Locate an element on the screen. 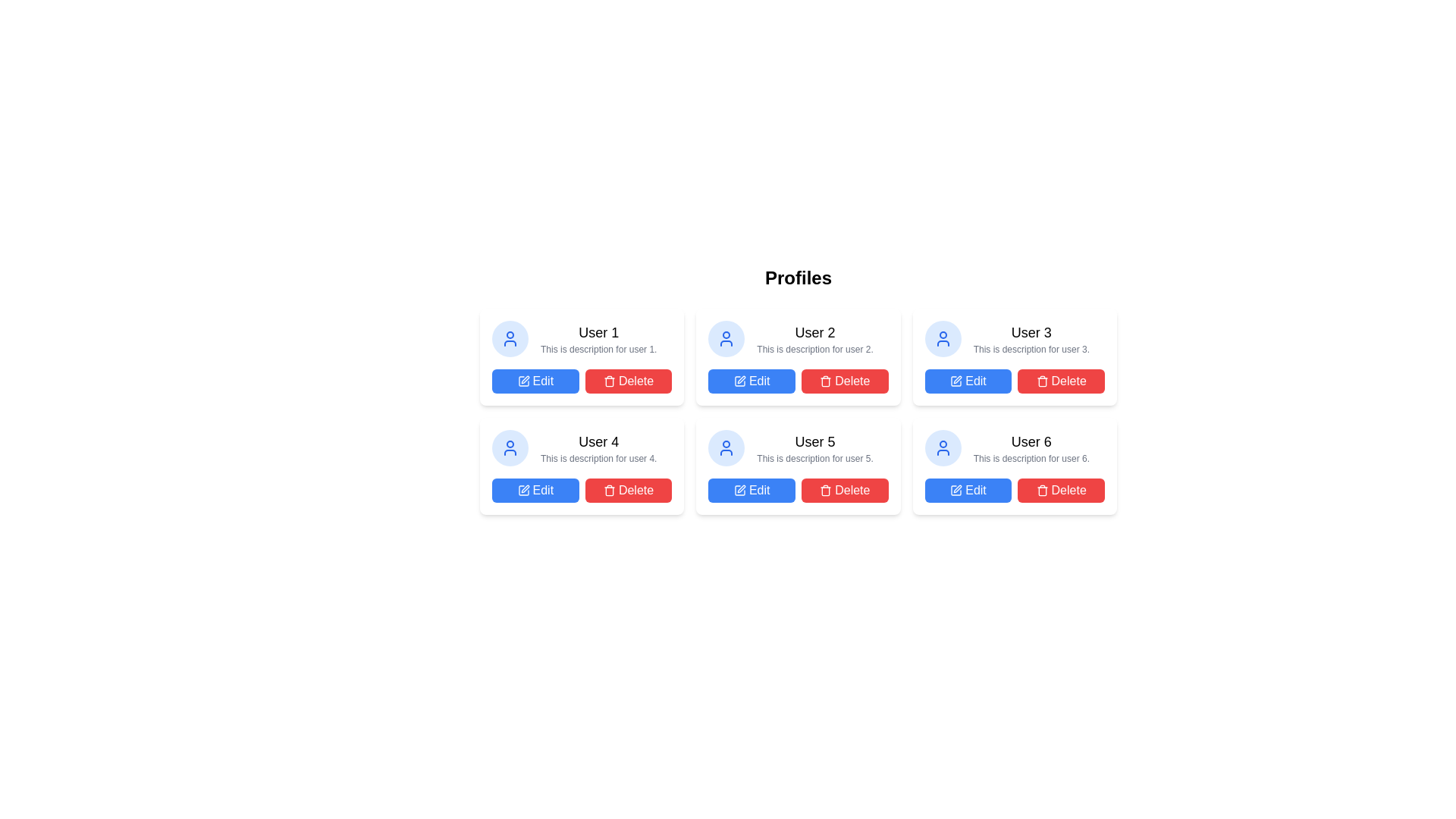  text content of the Text block displaying 'User 6' and its description located in the bottom-right corner of the sixth profile card is located at coordinates (1031, 447).